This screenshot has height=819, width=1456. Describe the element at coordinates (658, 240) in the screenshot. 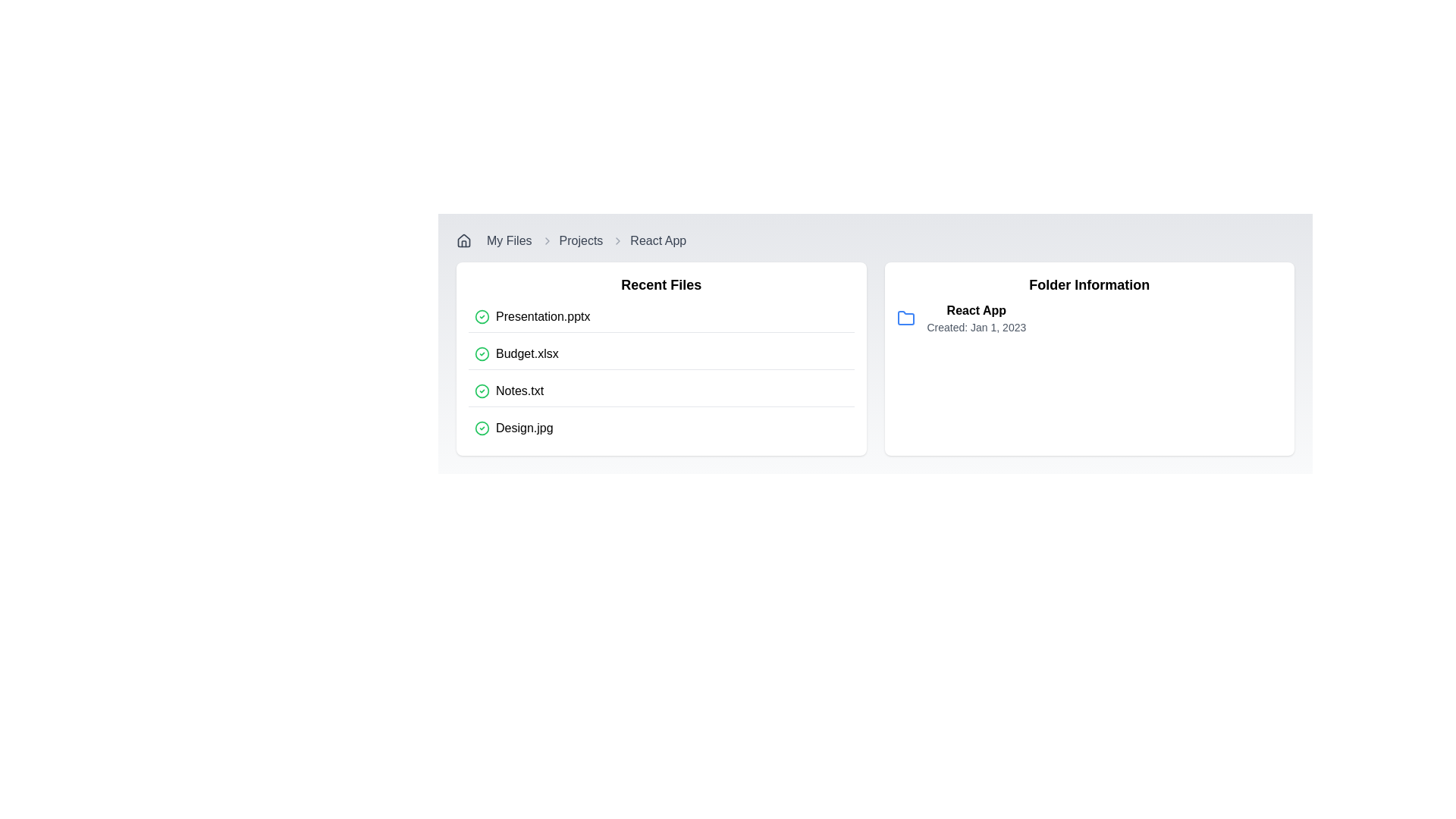

I see `the third breadcrumb hyperlink in the navigation bar` at that location.